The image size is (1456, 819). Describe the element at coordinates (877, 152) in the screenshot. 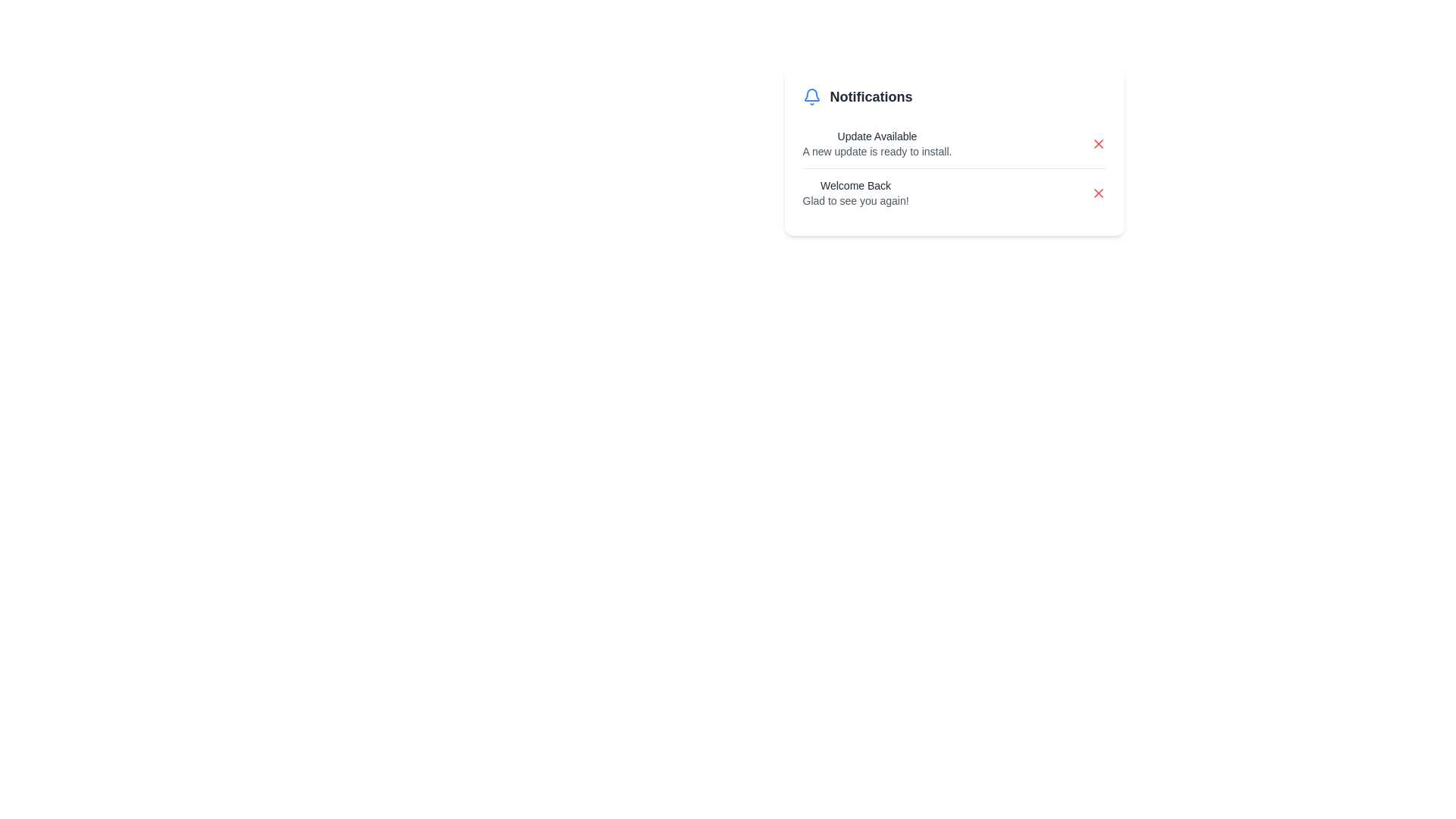

I see `the text label that provides additional context about the update in the notification card, located beneath the title 'Update Available'` at that location.